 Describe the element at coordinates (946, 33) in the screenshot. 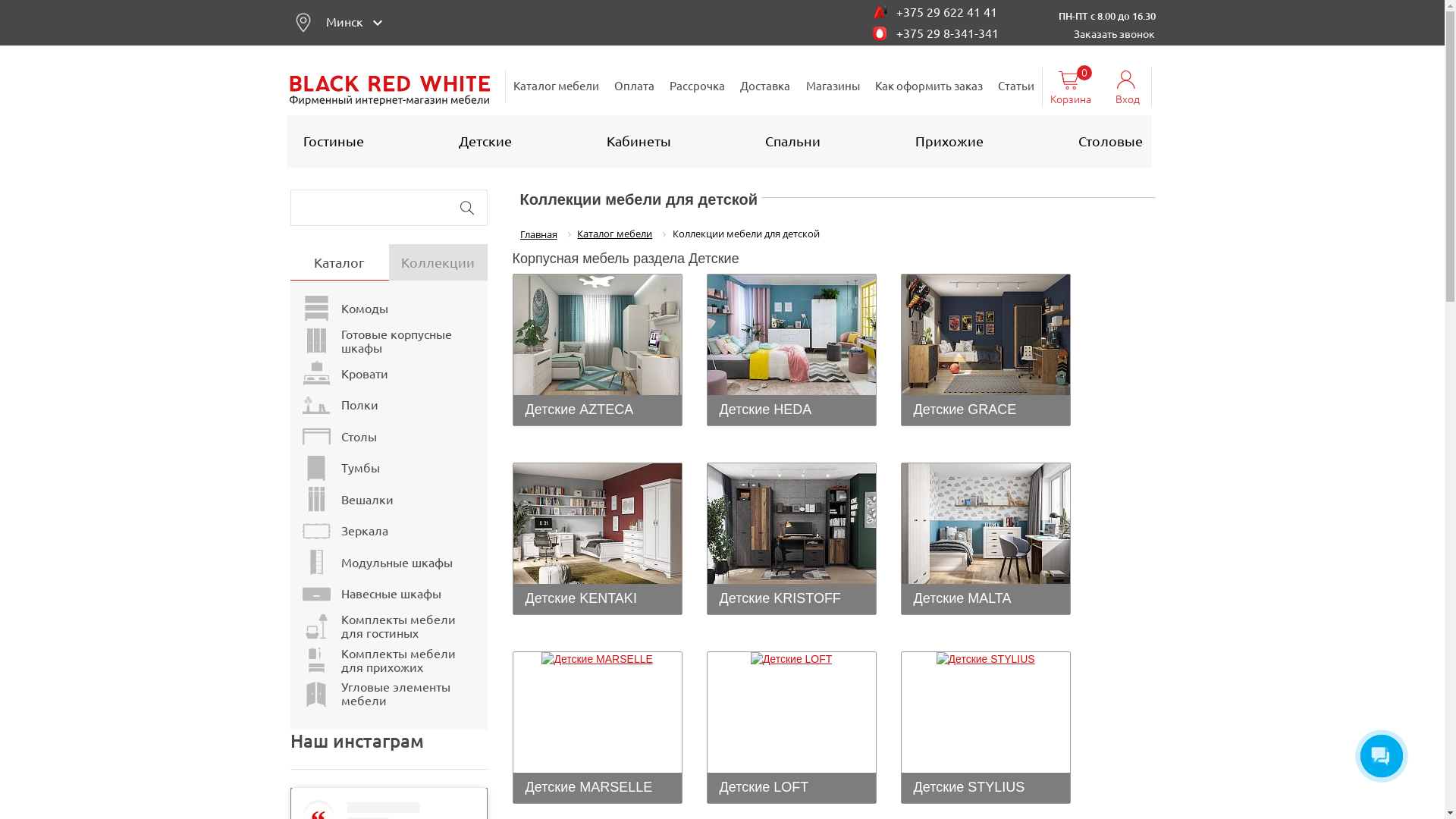

I see `'+375 29 8-341-341'` at that location.